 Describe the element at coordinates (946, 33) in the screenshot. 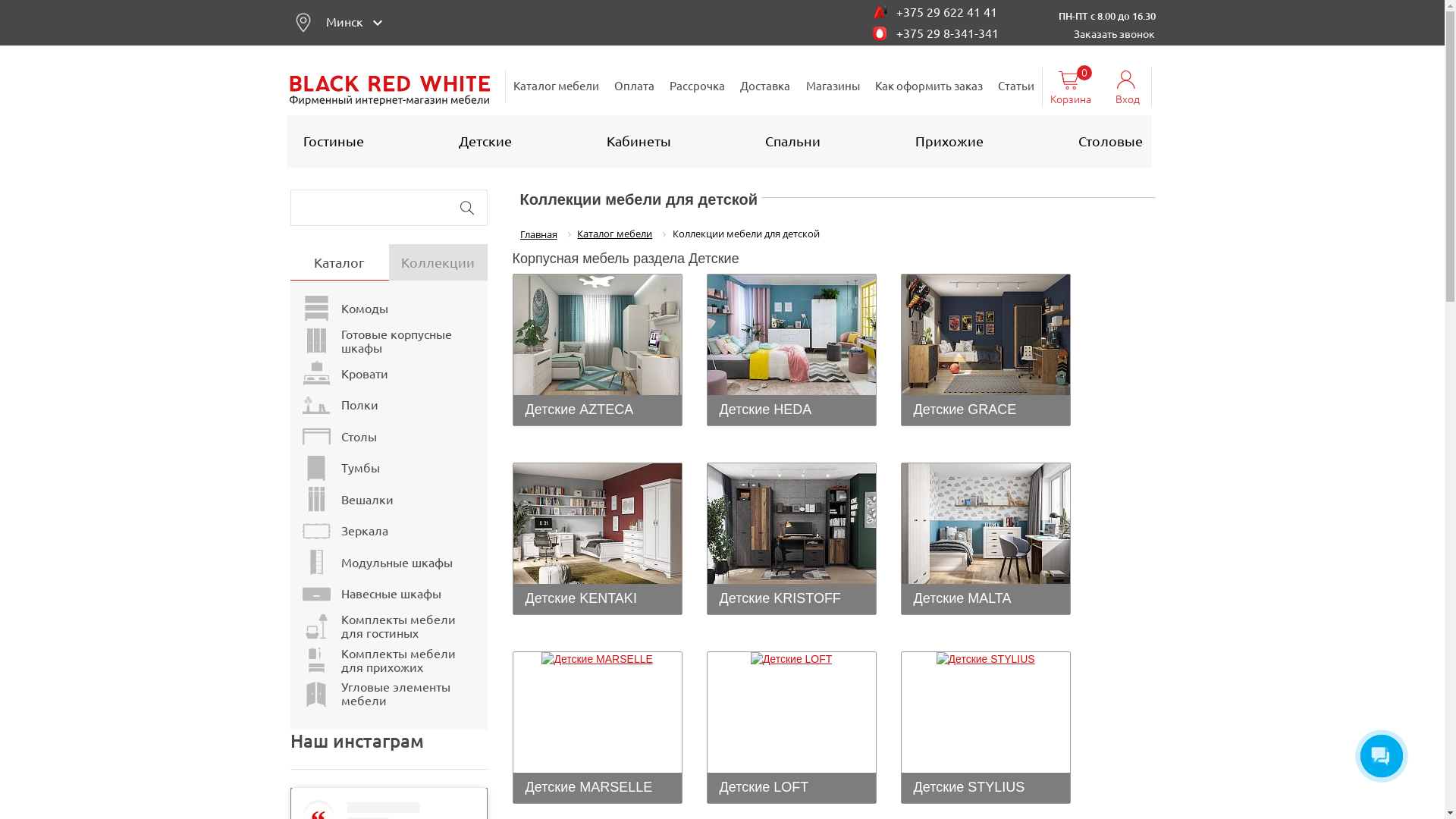

I see `'+375 29 8-341-341'` at that location.